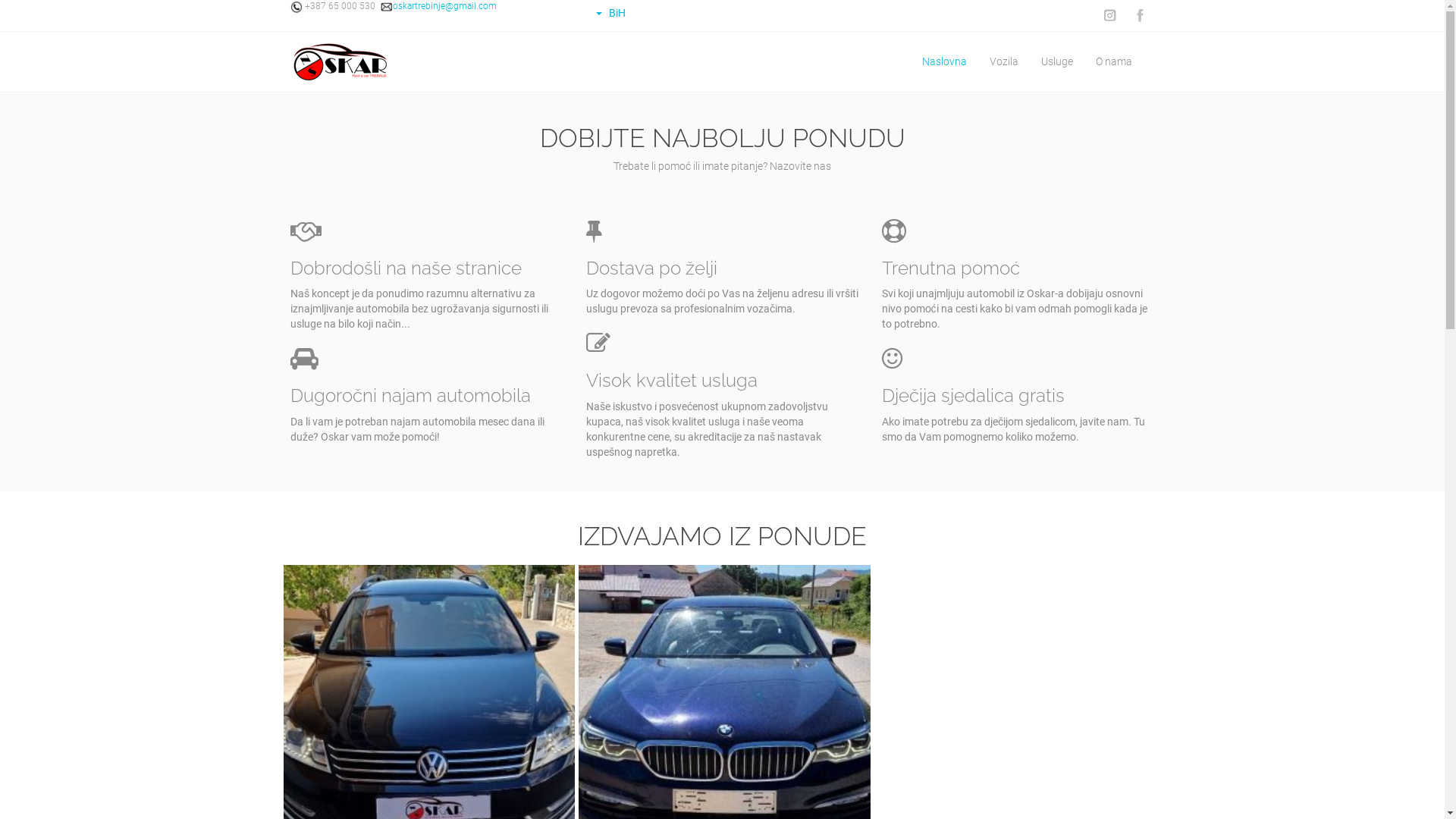 This screenshot has width=1456, height=819. Describe the element at coordinates (436, 5) in the screenshot. I see `'oskartrebinje@gmail.com'` at that location.